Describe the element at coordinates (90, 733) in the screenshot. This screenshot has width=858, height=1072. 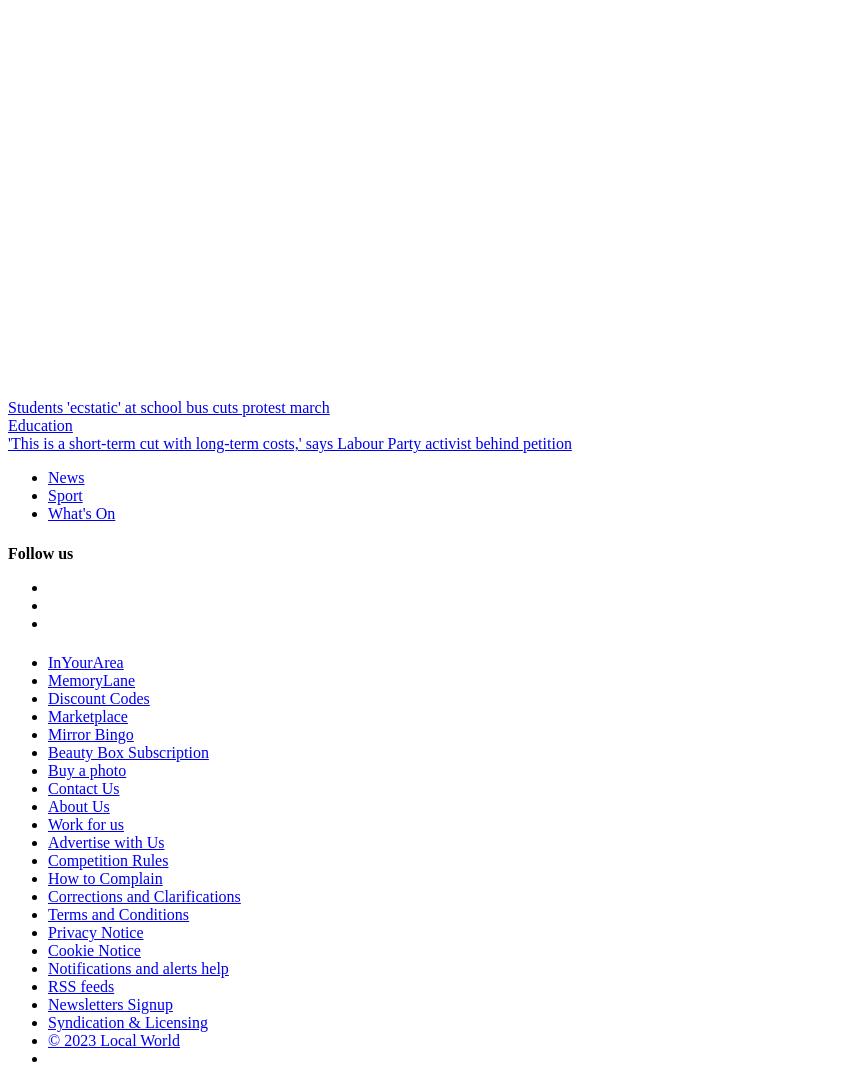
I see `'Mirror Bingo'` at that location.